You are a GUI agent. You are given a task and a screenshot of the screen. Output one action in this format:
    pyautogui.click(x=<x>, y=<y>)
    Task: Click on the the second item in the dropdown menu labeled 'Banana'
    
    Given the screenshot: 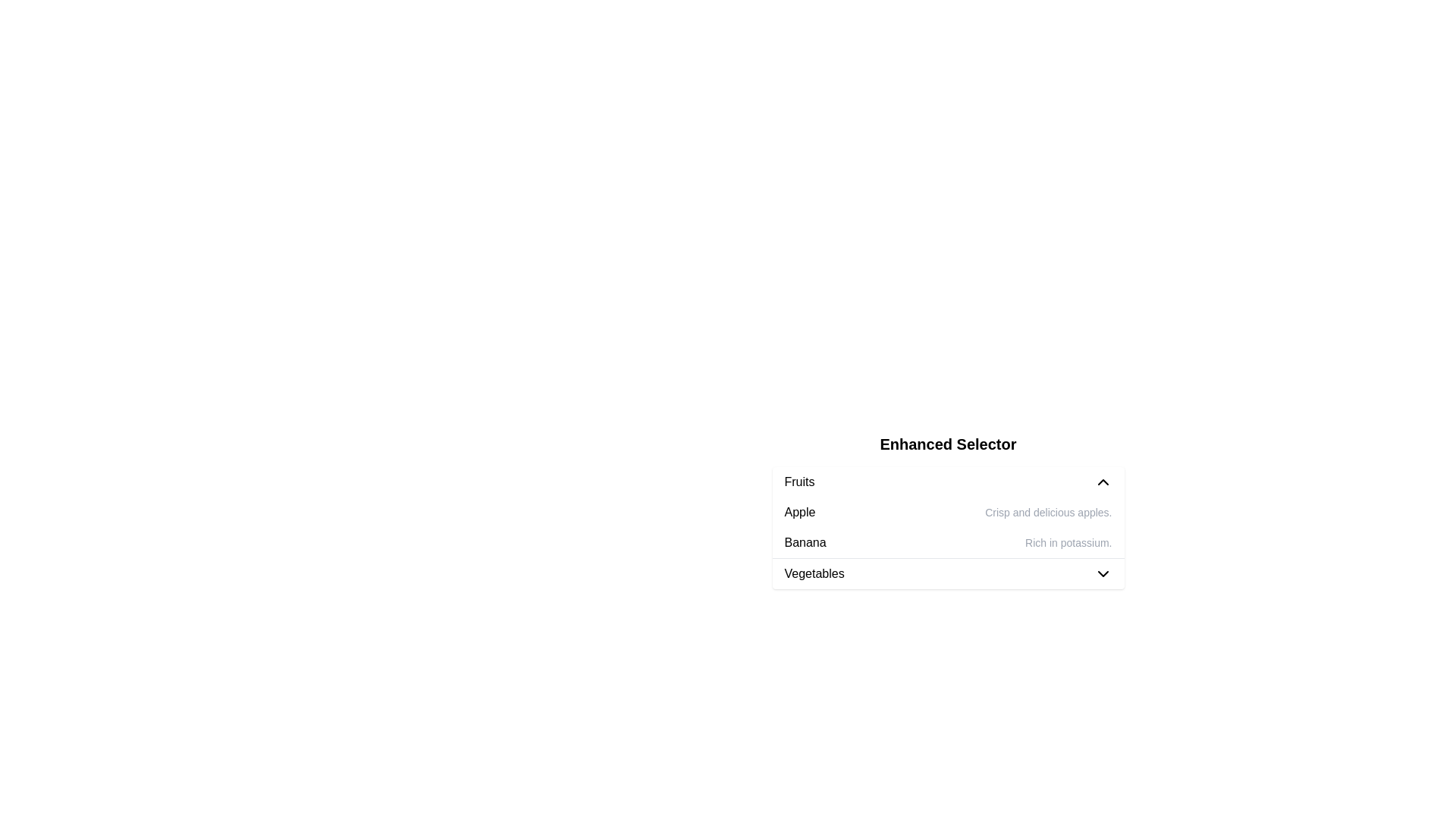 What is the action you would take?
    pyautogui.click(x=947, y=542)
    